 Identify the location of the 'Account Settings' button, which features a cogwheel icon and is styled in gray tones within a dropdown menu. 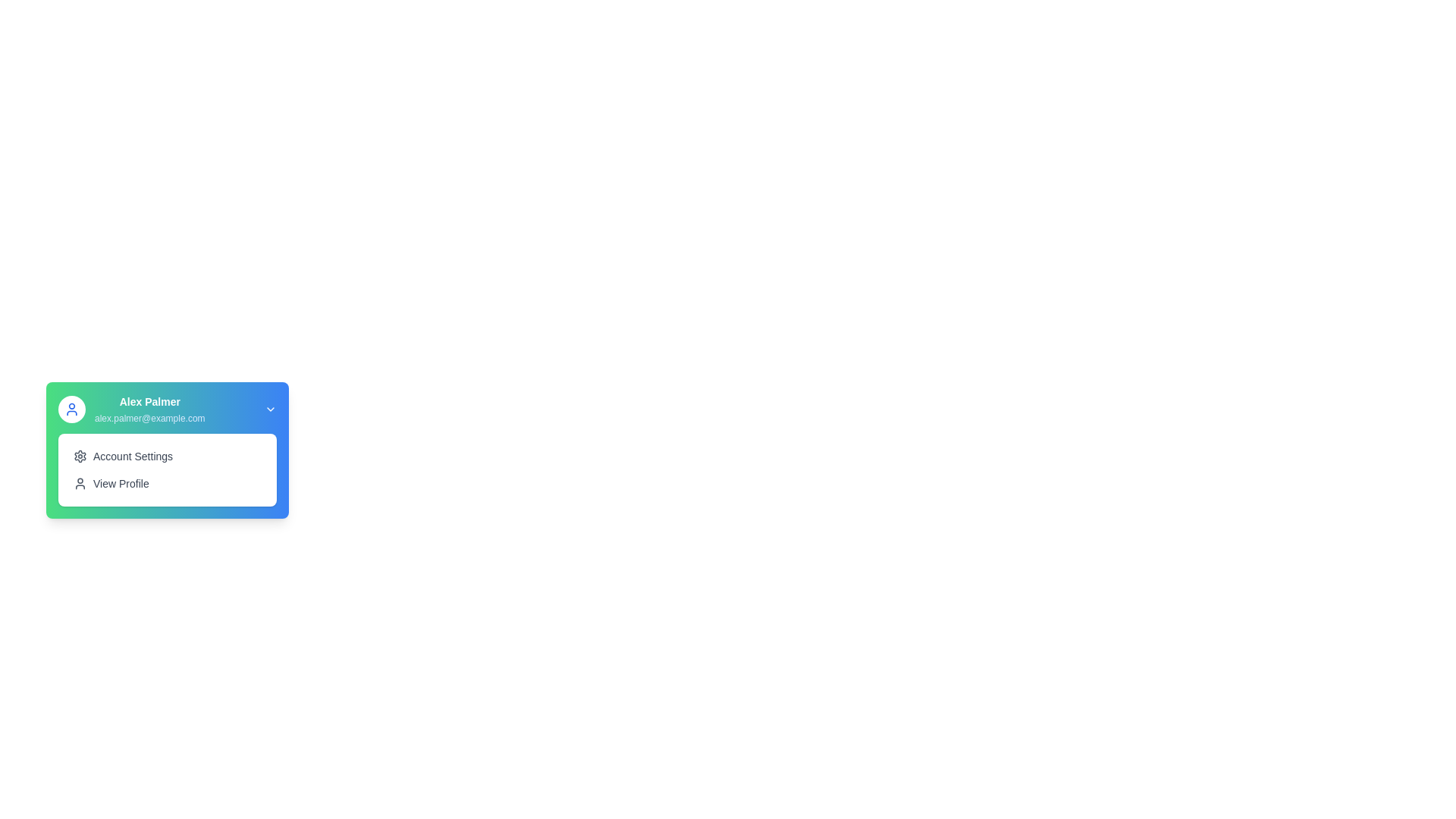
(167, 455).